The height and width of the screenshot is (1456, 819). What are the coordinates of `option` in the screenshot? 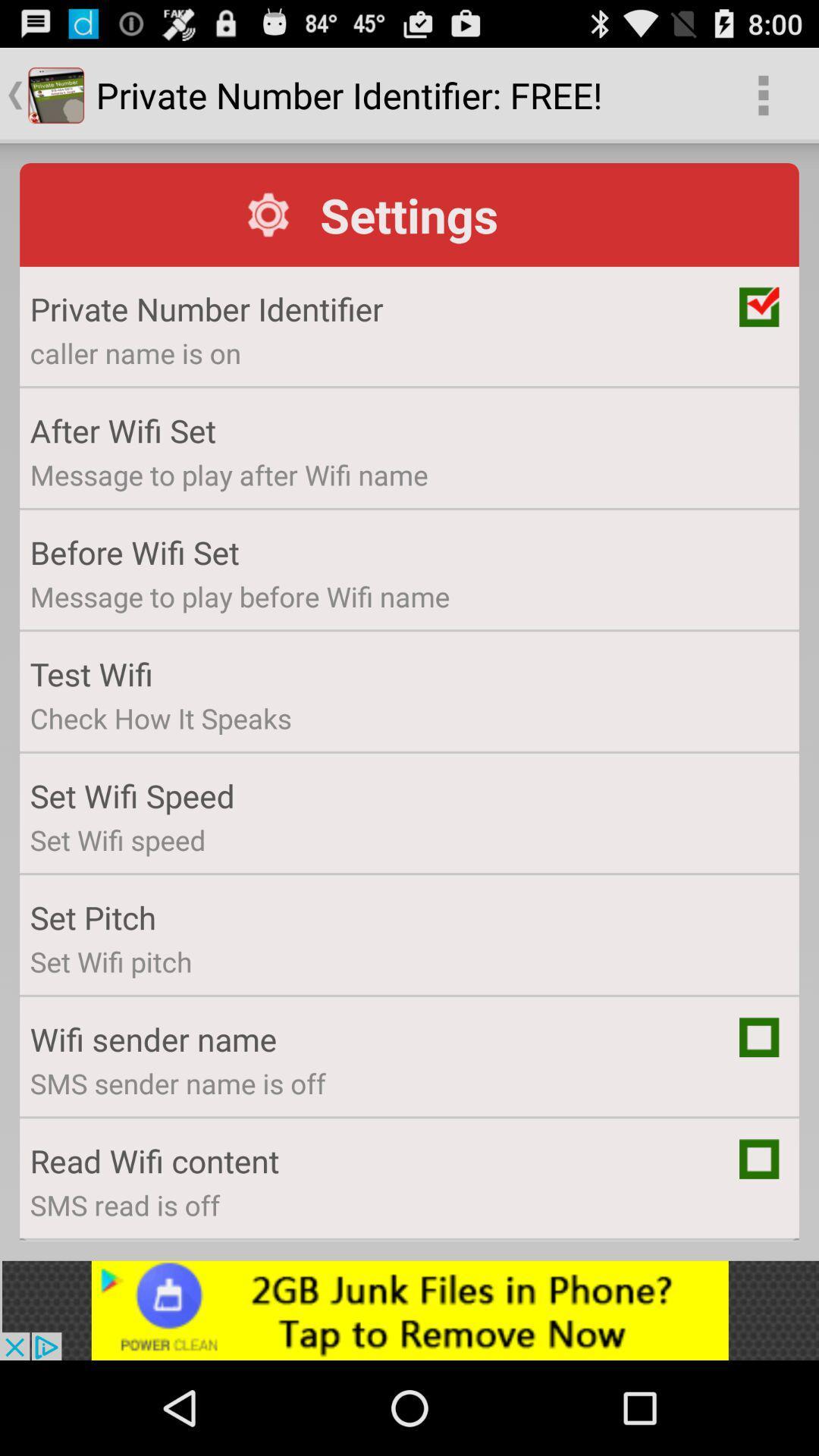 It's located at (759, 1158).